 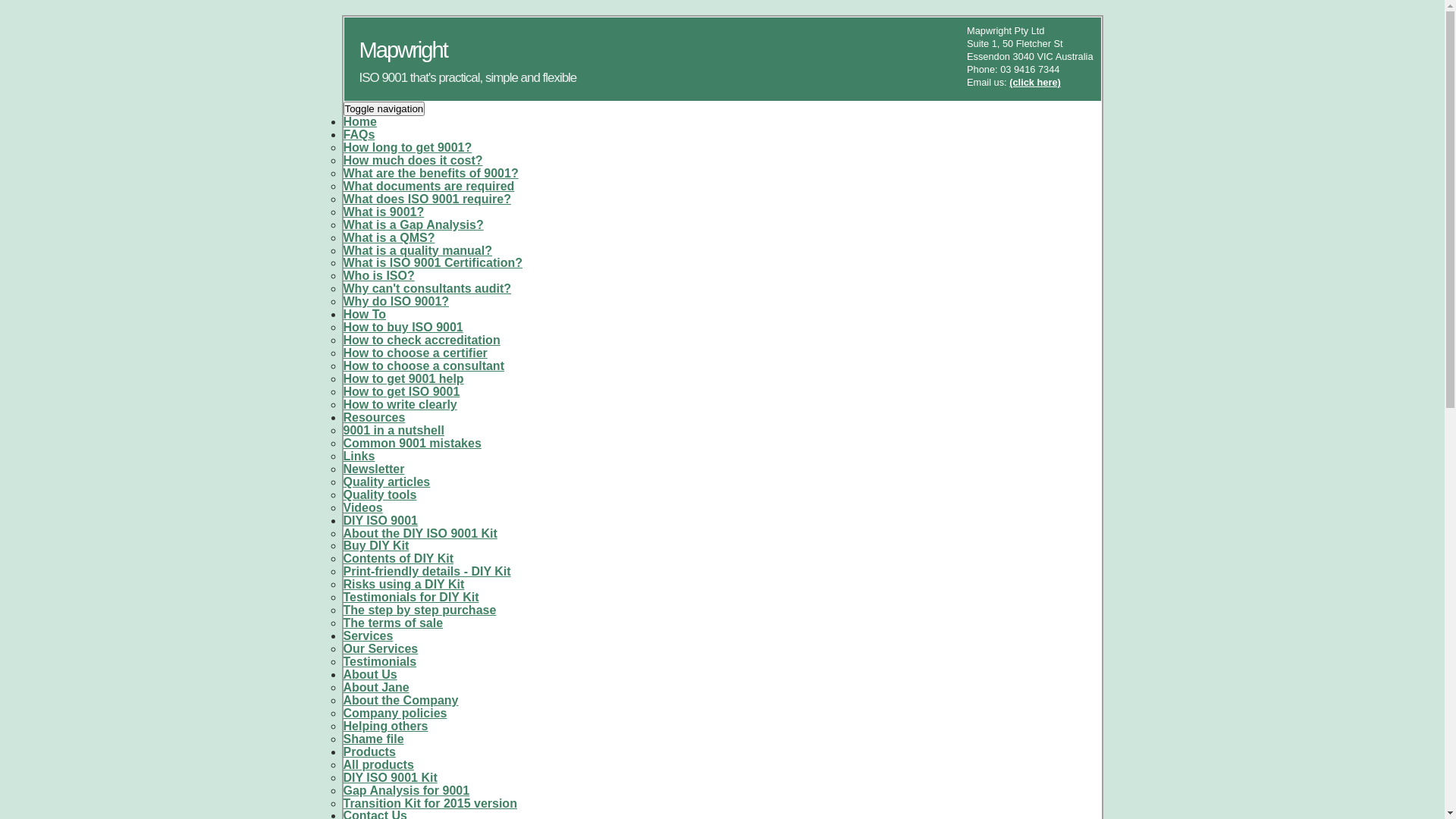 I want to click on 'Transition Kit for 2015 version', so click(x=428, y=802).